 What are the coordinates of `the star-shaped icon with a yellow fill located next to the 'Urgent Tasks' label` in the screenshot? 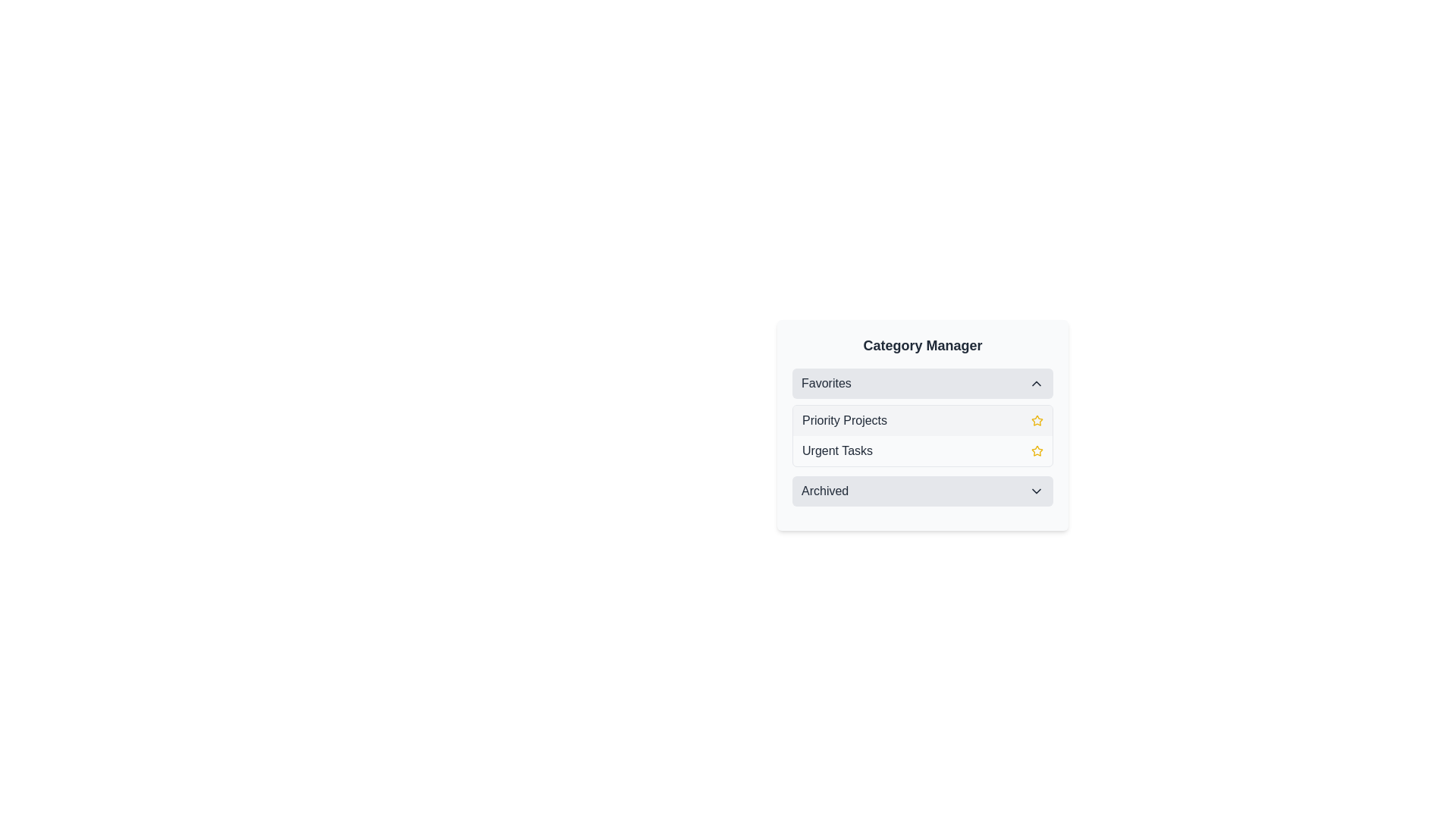 It's located at (1037, 420).